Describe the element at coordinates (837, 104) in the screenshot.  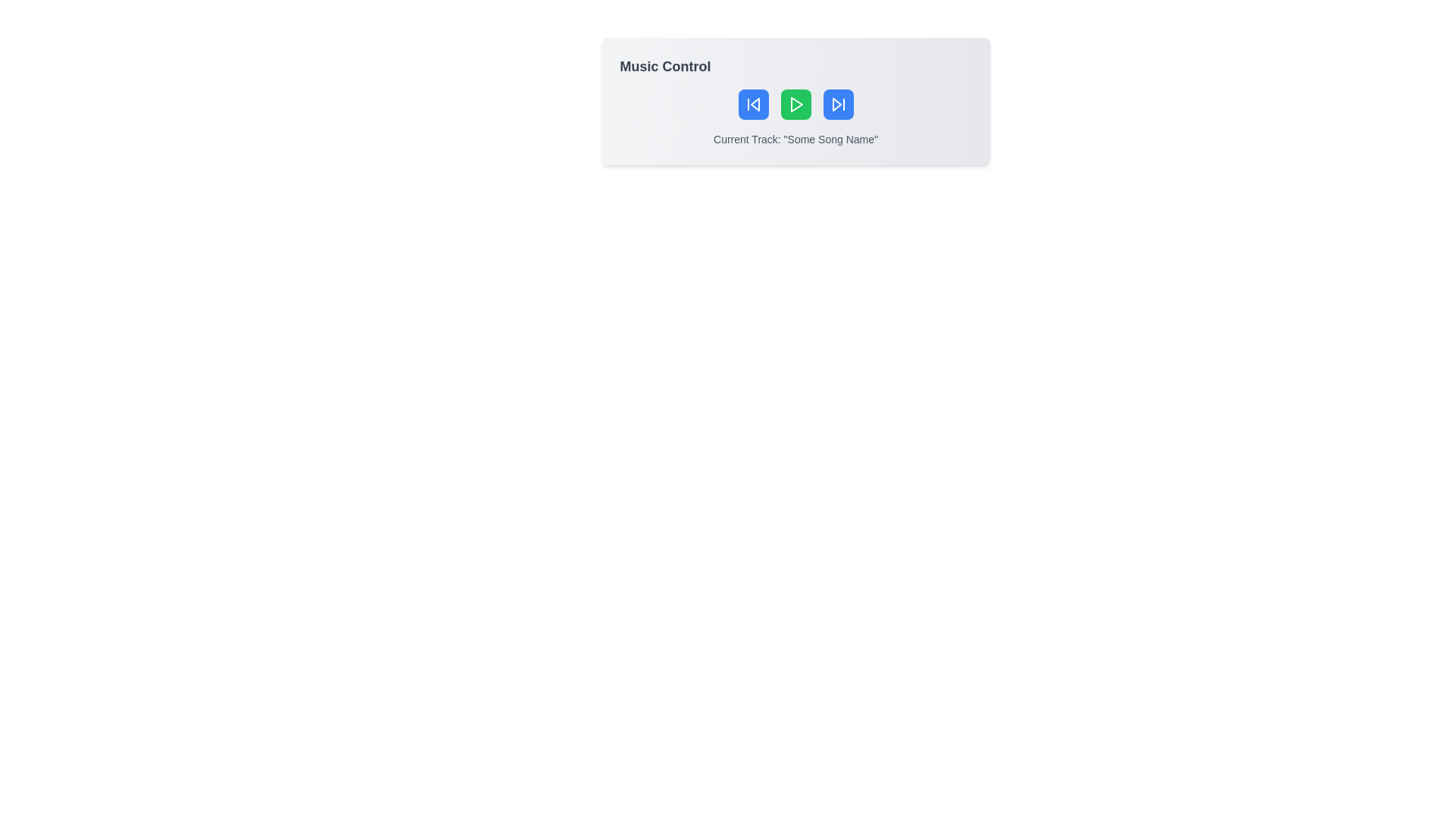
I see `the Icon button to skip forward to the next track in the music playlist, which is the third button from the left in the Music Control section` at that location.